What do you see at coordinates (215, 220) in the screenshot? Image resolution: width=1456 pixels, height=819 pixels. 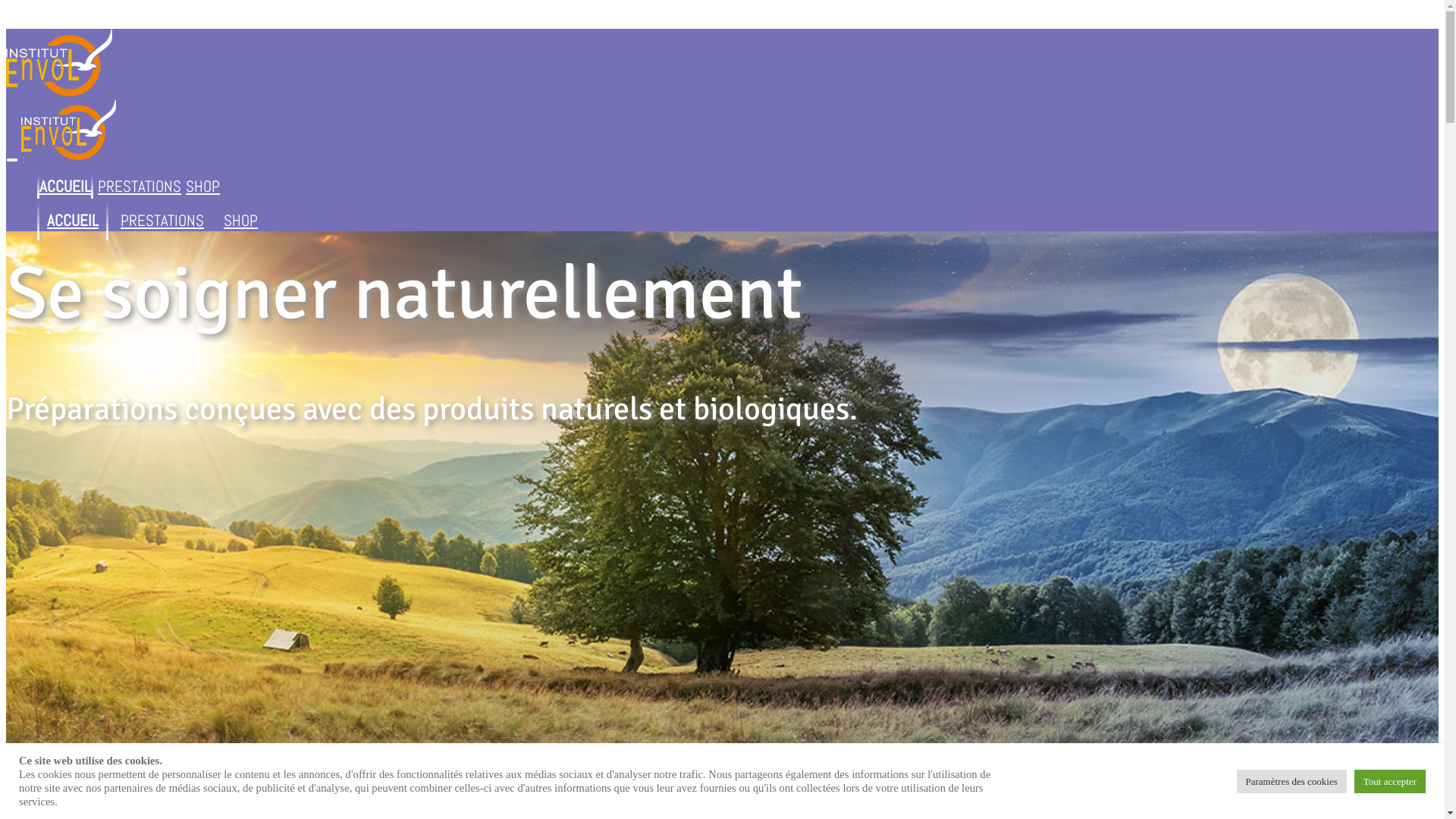 I see `'SHOP'` at bounding box center [215, 220].